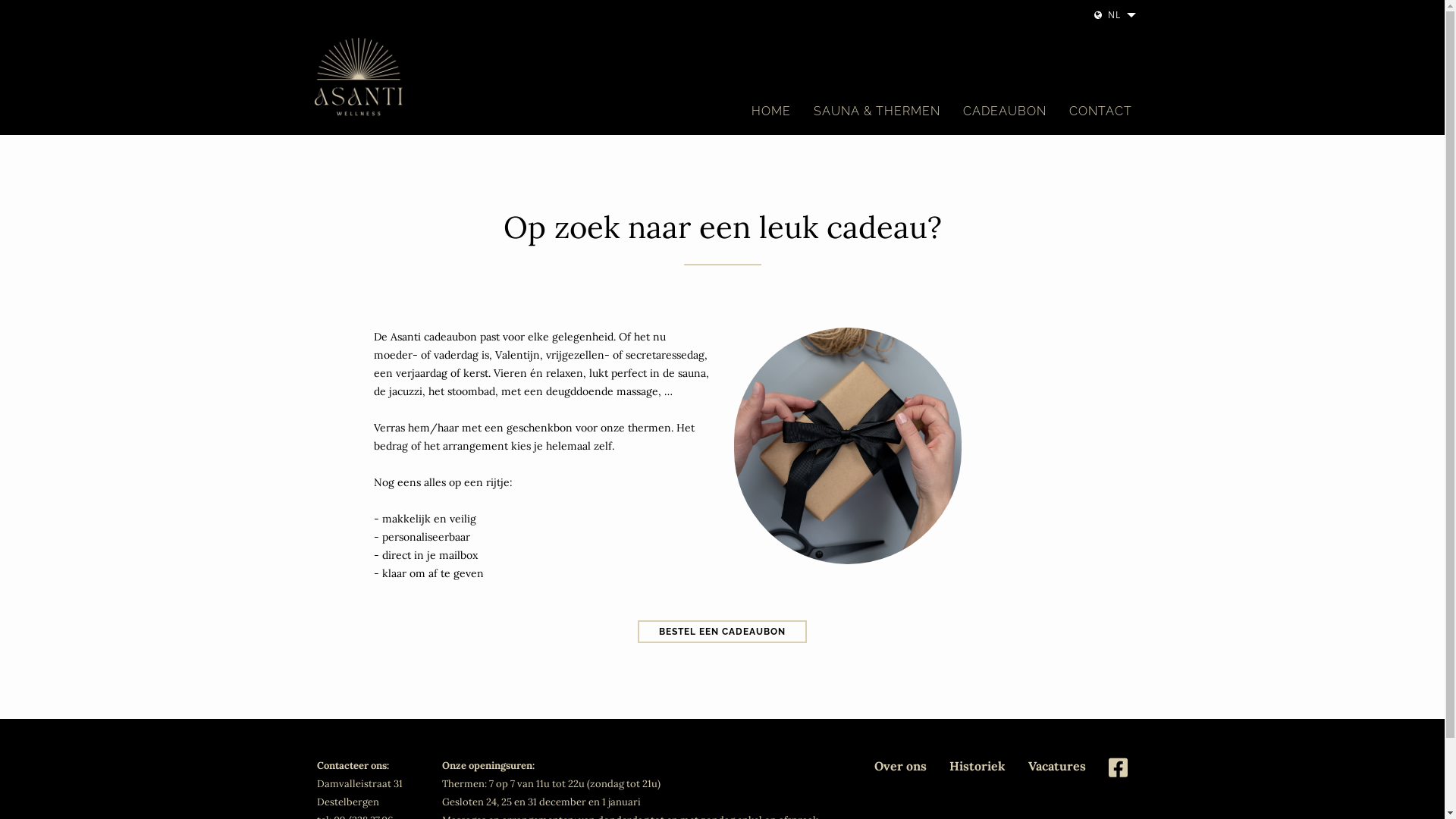  What do you see at coordinates (1100, 110) in the screenshot?
I see `'CONTACT'` at bounding box center [1100, 110].